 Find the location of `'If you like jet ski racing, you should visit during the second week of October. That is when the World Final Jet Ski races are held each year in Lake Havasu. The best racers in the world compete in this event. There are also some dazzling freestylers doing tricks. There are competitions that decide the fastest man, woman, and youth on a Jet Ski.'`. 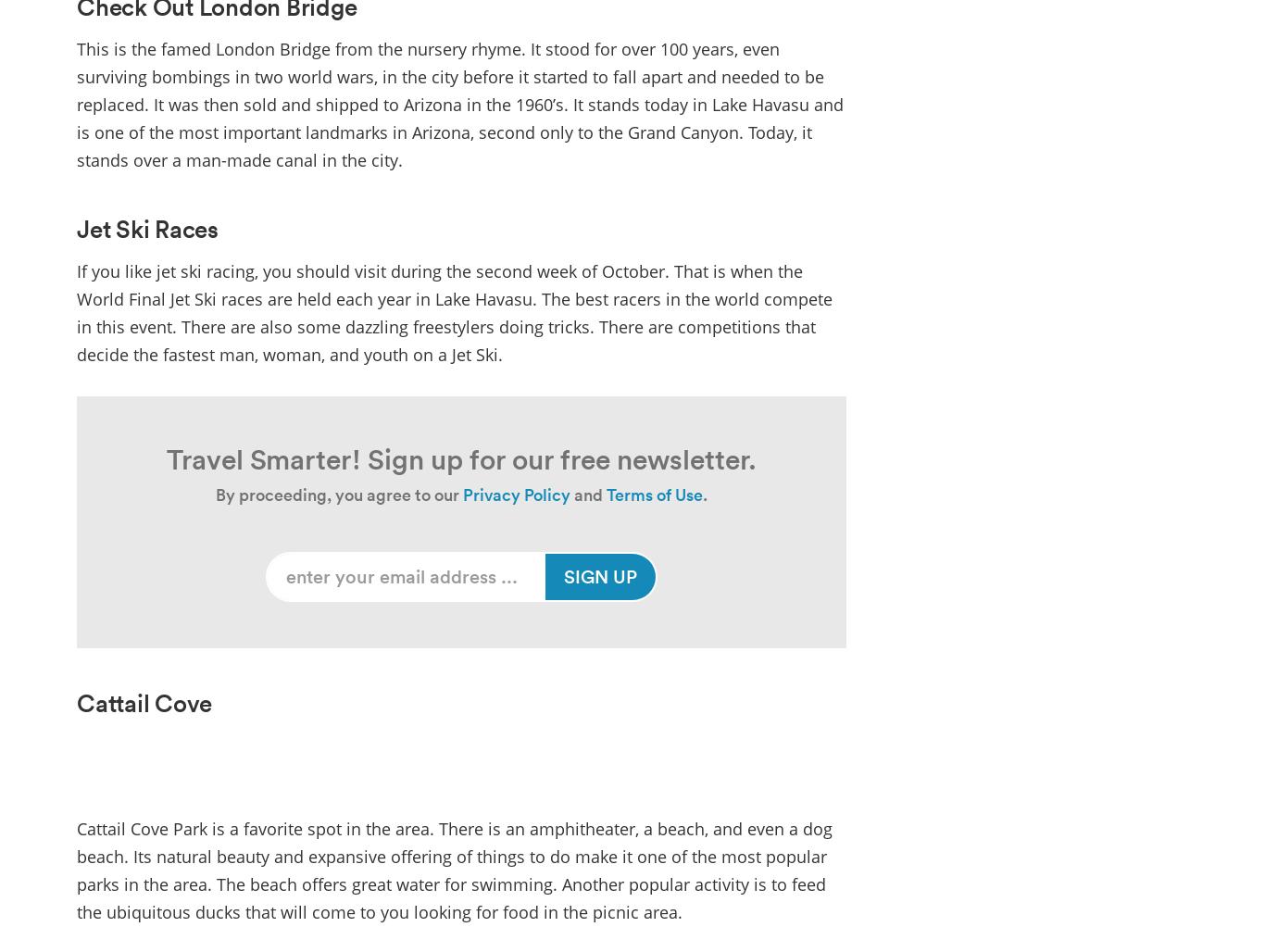

'If you like jet ski racing, you should visit during the second week of October. That is when the World Final Jet Ski races are held each year in Lake Havasu. The best racers in the world compete in this event. There are also some dazzling freestylers doing tricks. There are competitions that decide the fastest man, woman, and youth on a Jet Ski.' is located at coordinates (454, 310).